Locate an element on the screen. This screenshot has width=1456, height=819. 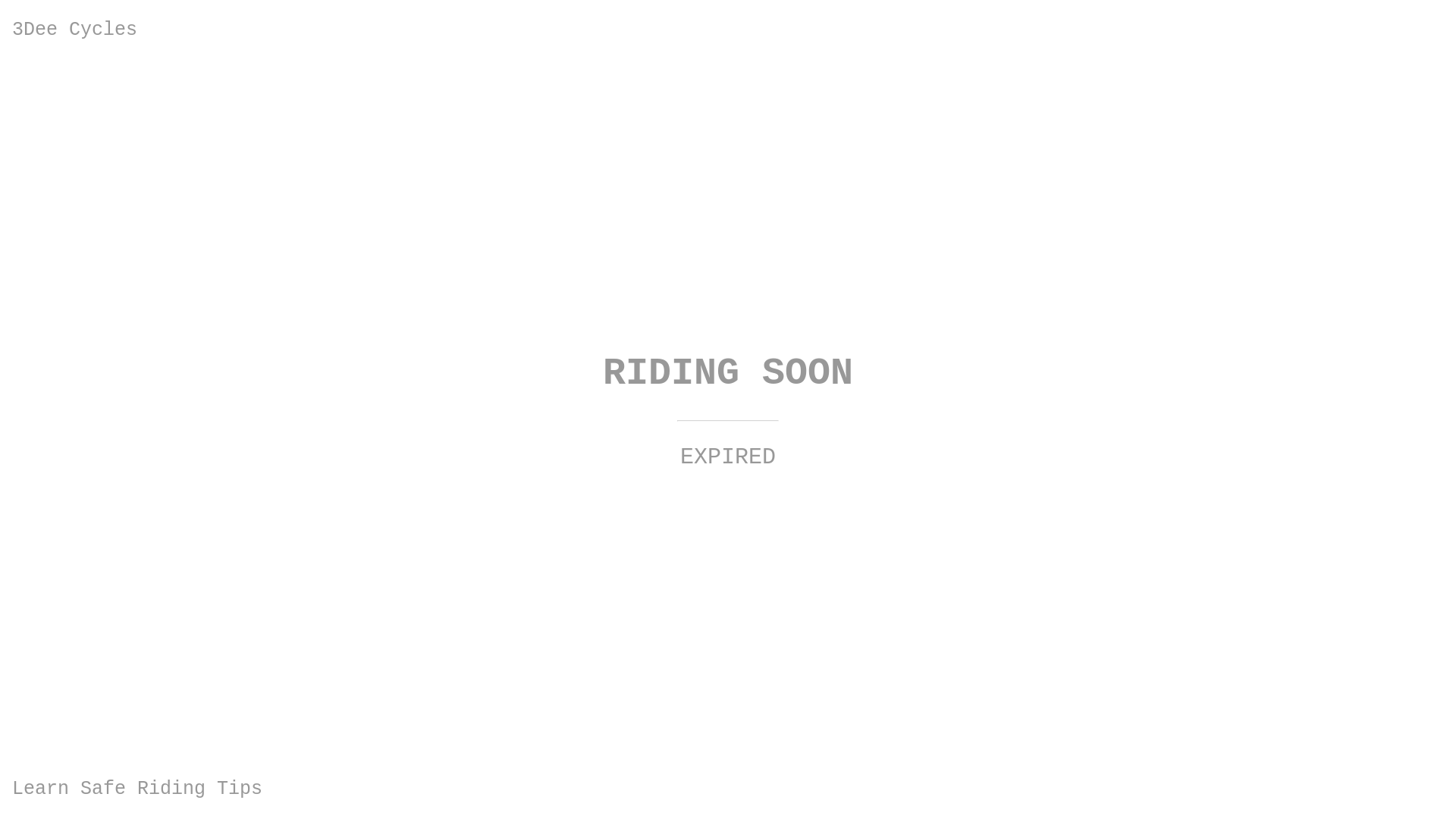
'Learn Safe Riding Tips' is located at coordinates (137, 788).